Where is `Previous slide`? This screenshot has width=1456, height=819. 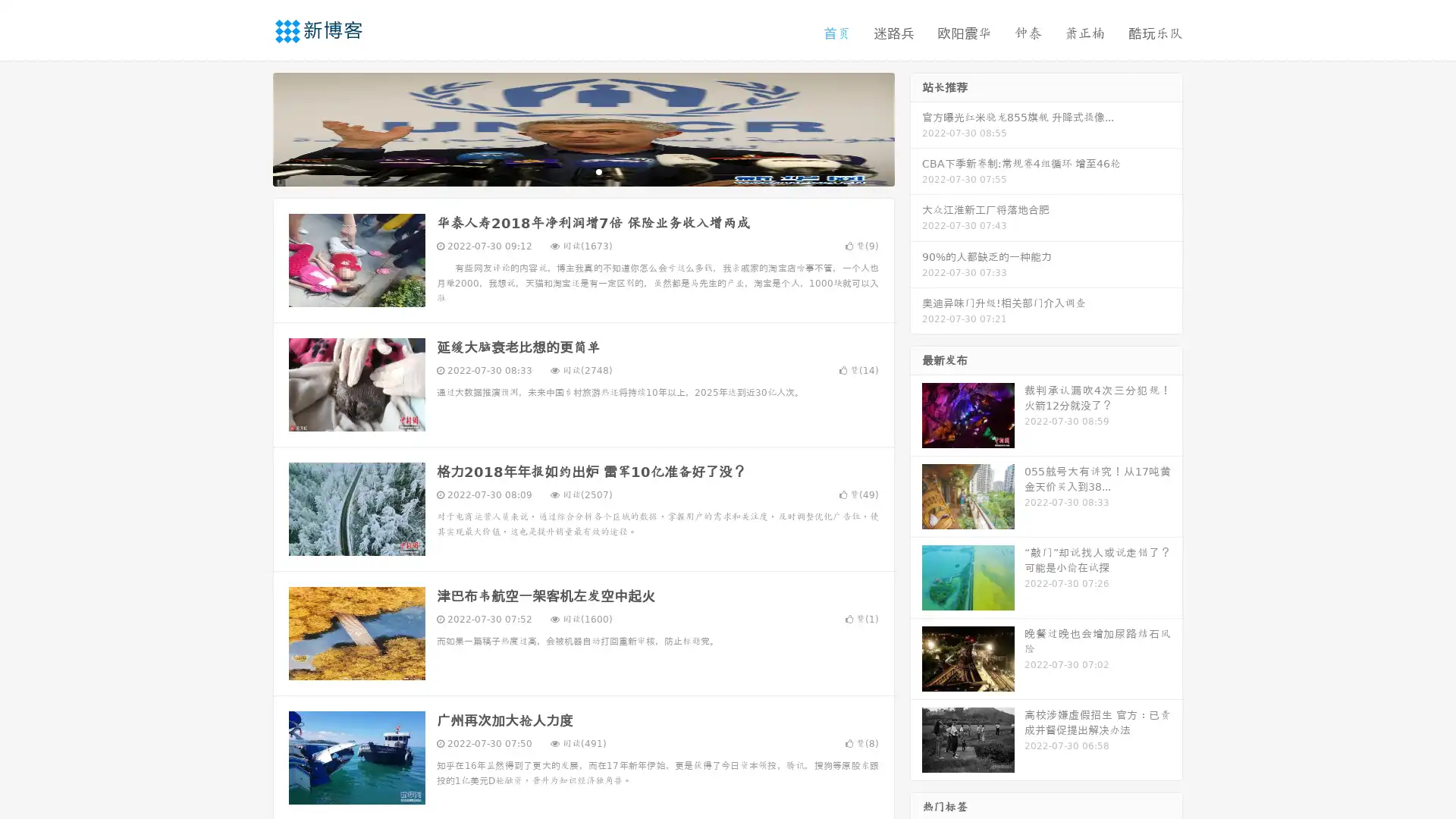 Previous slide is located at coordinates (250, 127).